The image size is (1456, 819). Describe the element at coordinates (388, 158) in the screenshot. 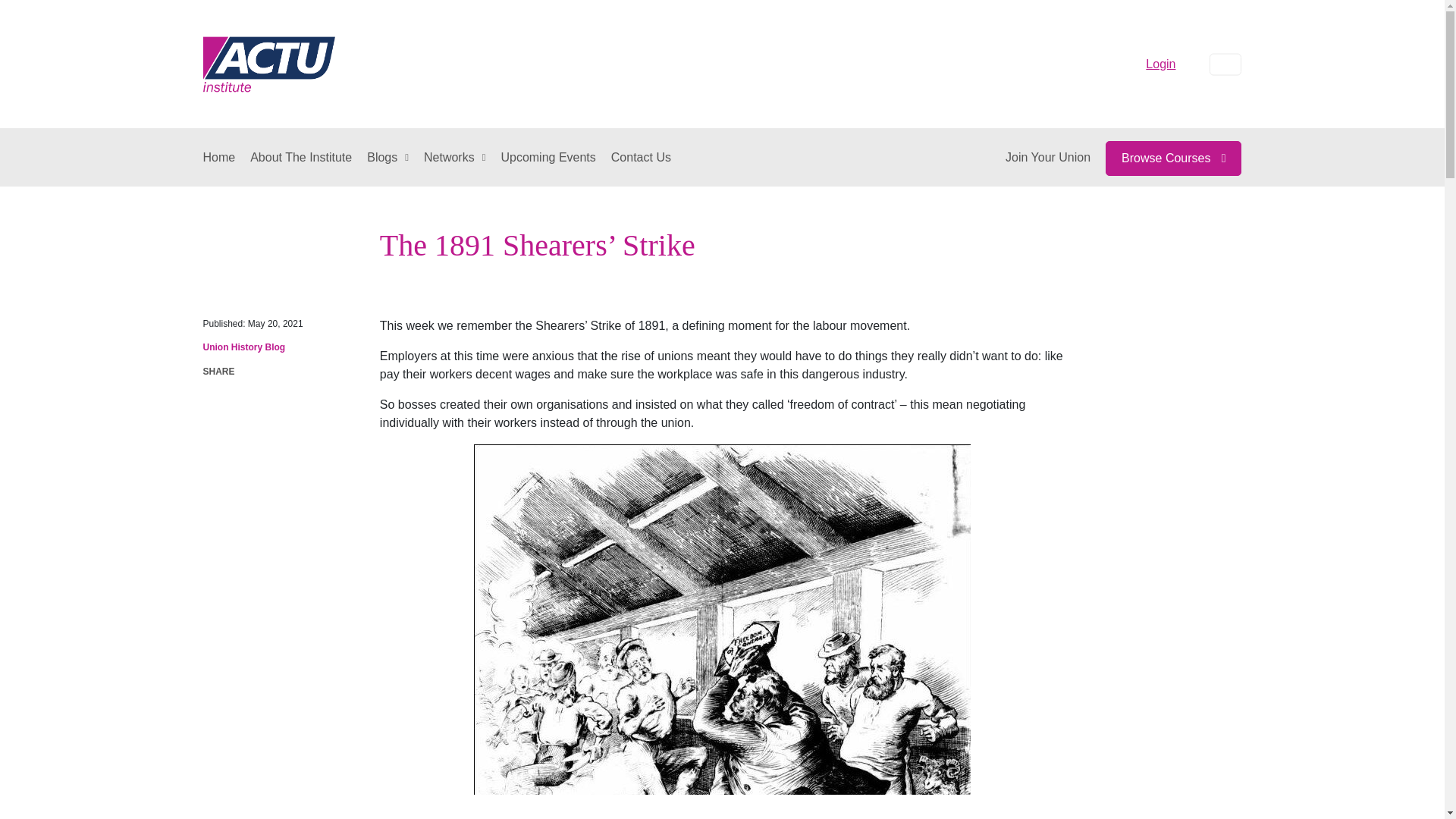

I see `'Blogs'` at that location.